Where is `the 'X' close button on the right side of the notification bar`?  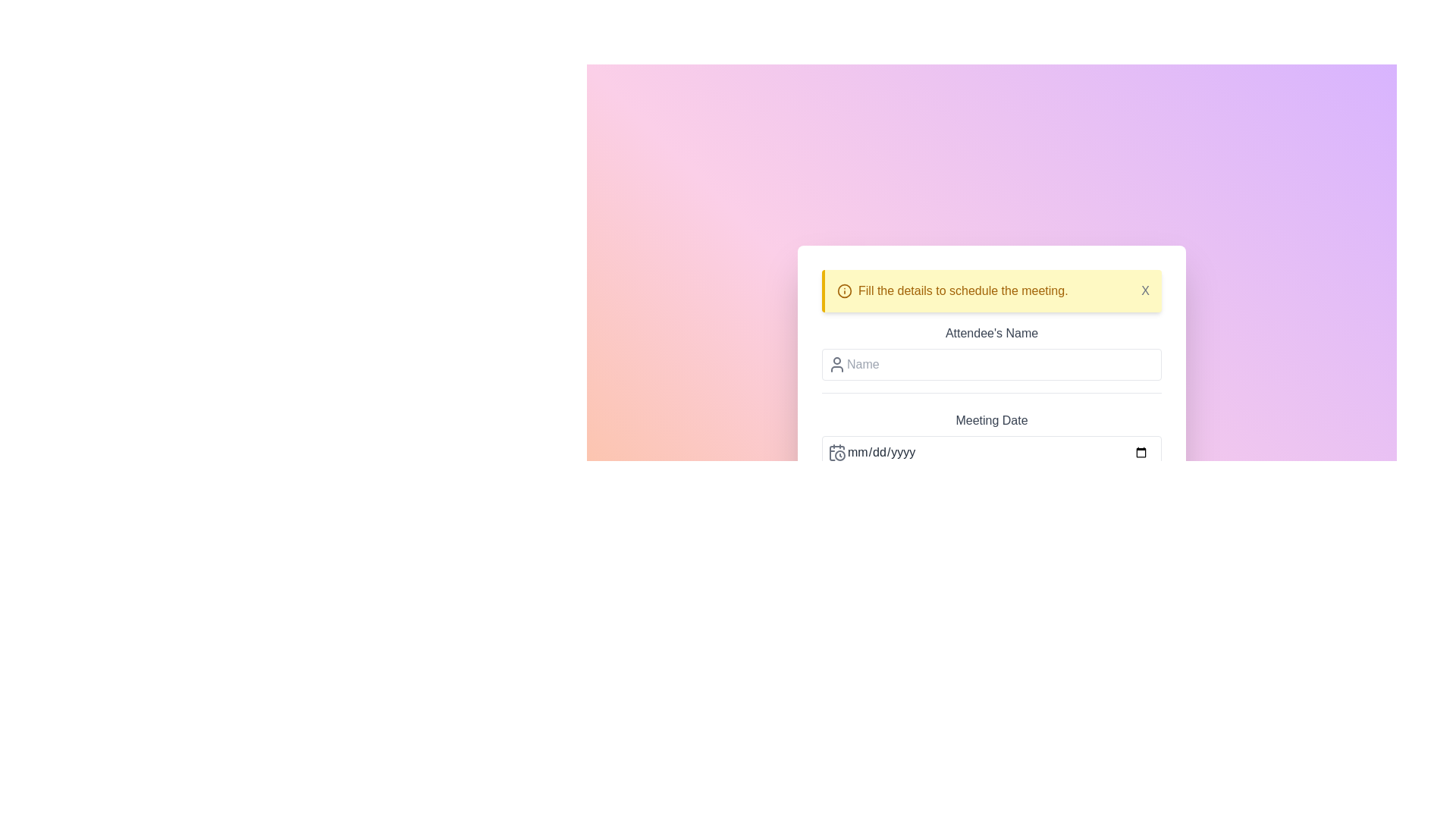
the 'X' close button on the right side of the notification bar is located at coordinates (1145, 291).